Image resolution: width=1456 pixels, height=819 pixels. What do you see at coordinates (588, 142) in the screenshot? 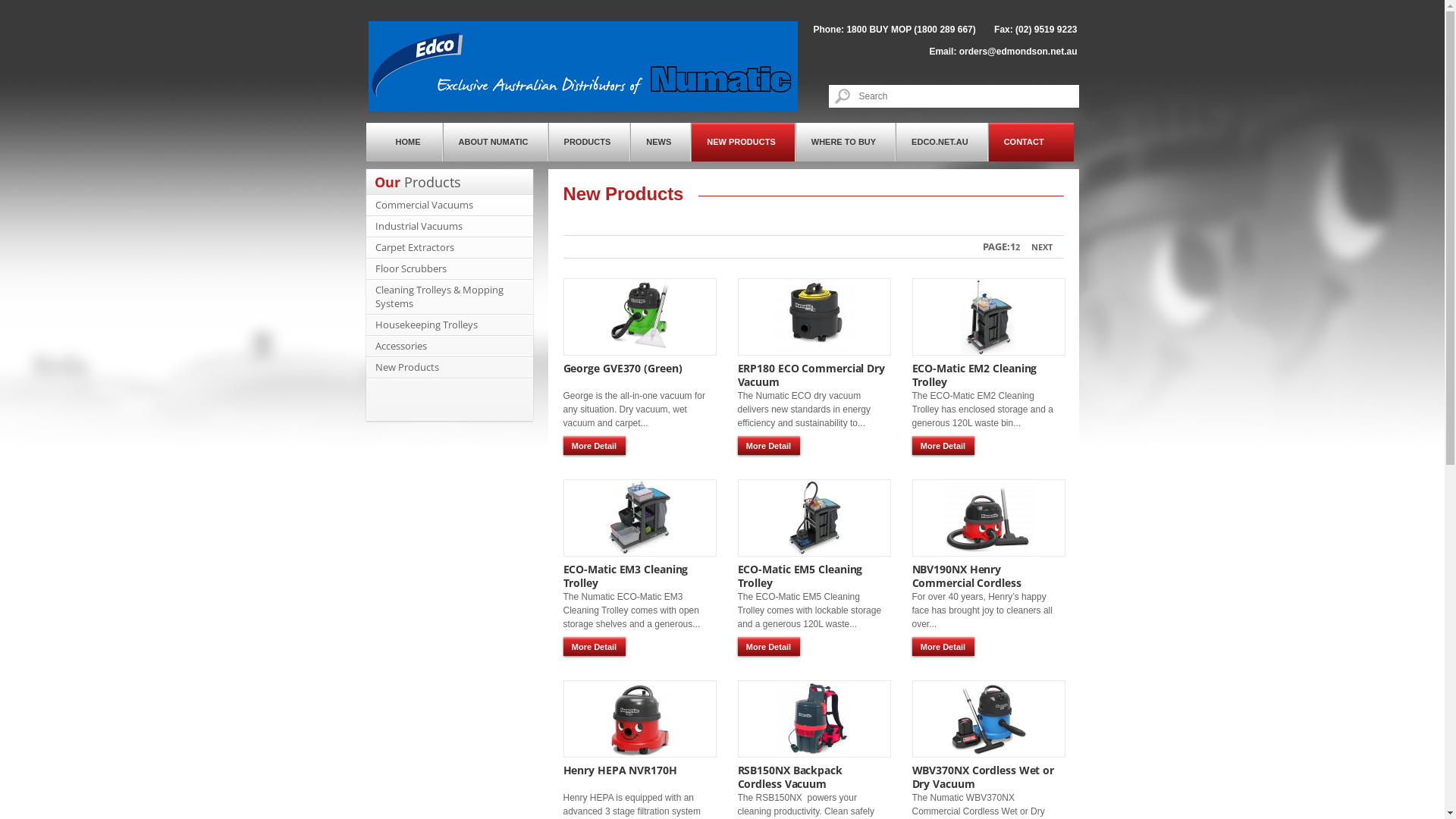
I see `'PRODUCTS'` at bounding box center [588, 142].